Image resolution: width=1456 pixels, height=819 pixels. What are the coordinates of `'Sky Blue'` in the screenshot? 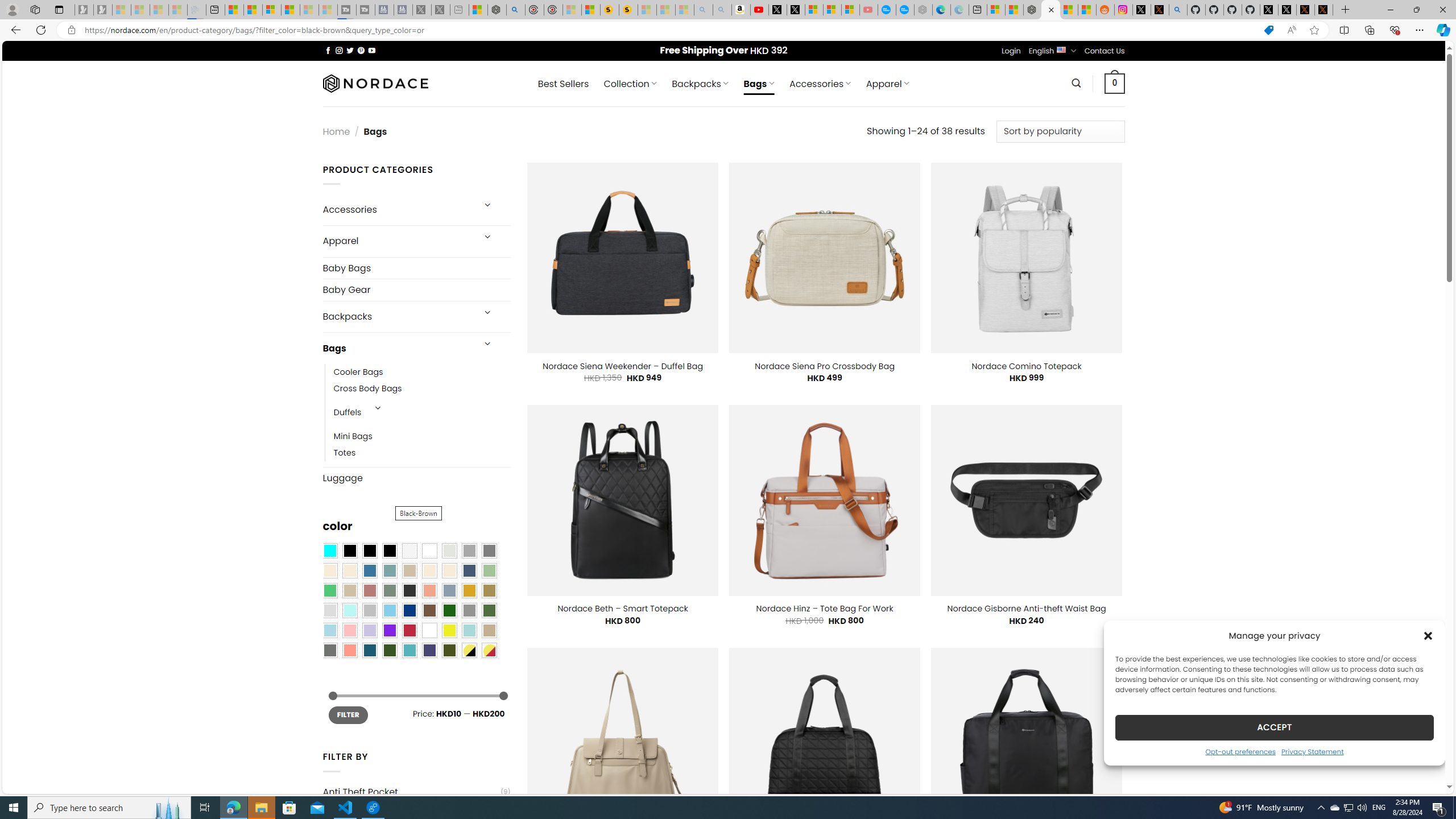 It's located at (389, 610).